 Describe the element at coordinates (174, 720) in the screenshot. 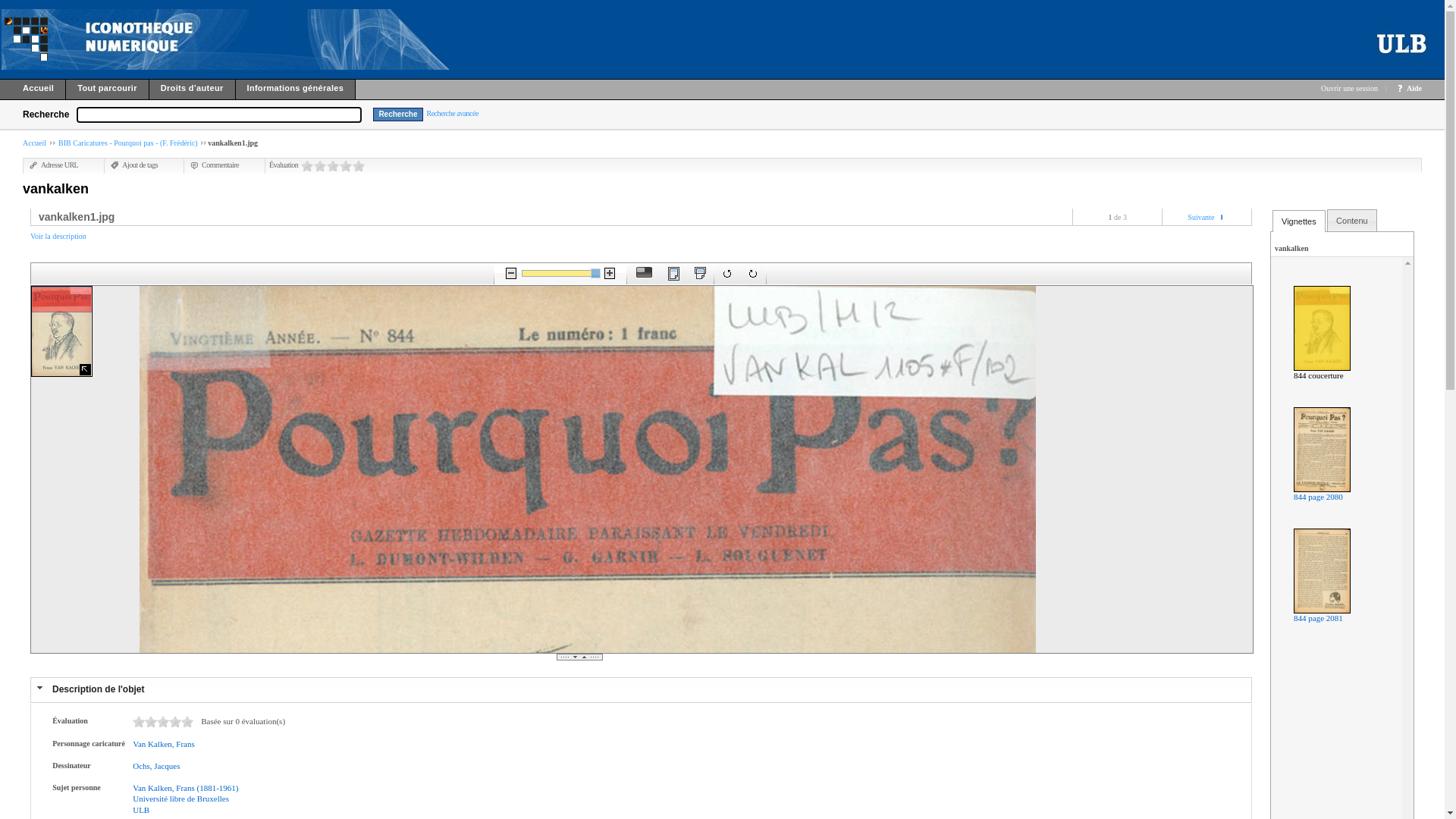

I see `'13'` at that location.